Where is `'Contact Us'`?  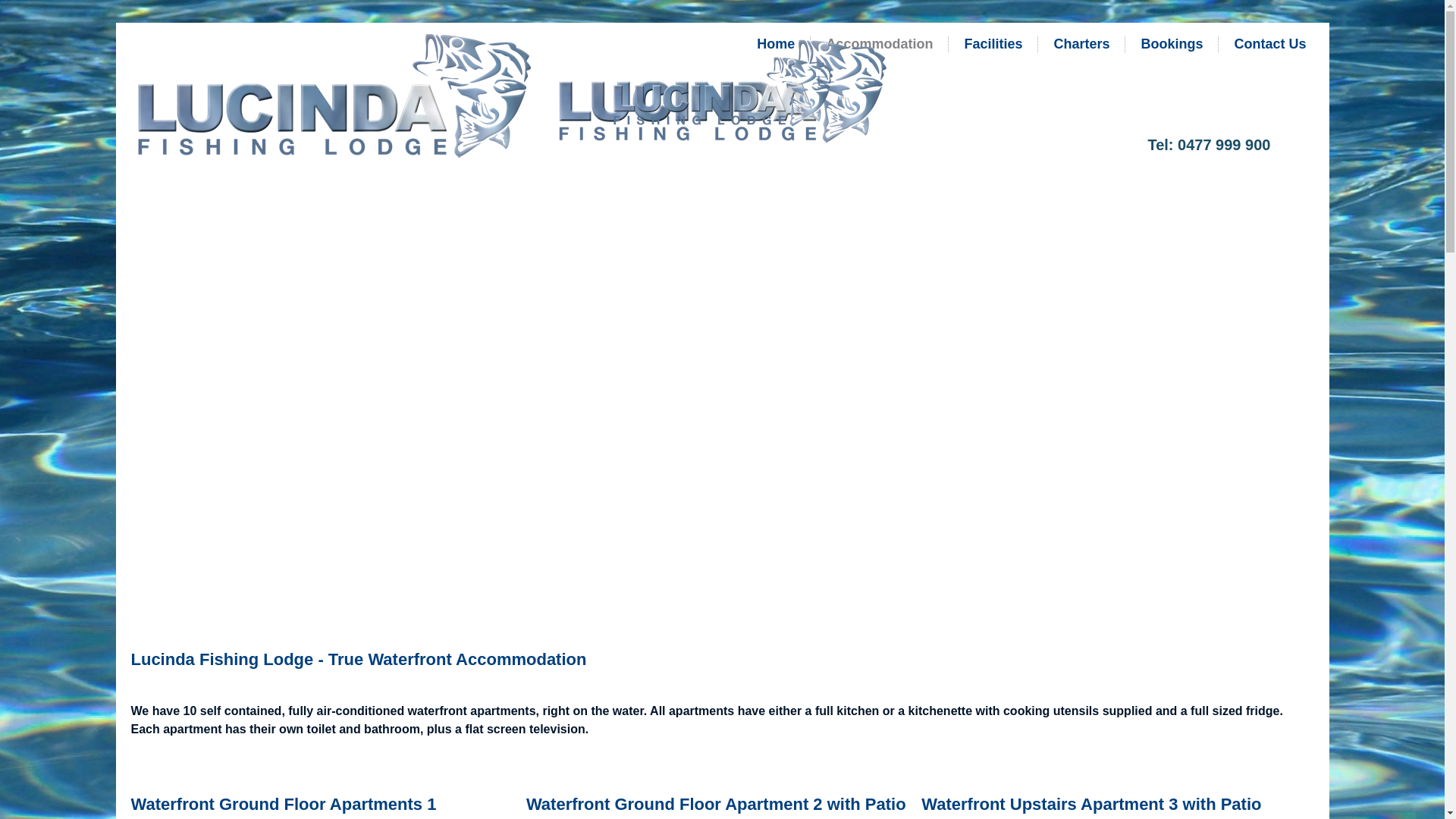
'Contact Us' is located at coordinates (1269, 42).